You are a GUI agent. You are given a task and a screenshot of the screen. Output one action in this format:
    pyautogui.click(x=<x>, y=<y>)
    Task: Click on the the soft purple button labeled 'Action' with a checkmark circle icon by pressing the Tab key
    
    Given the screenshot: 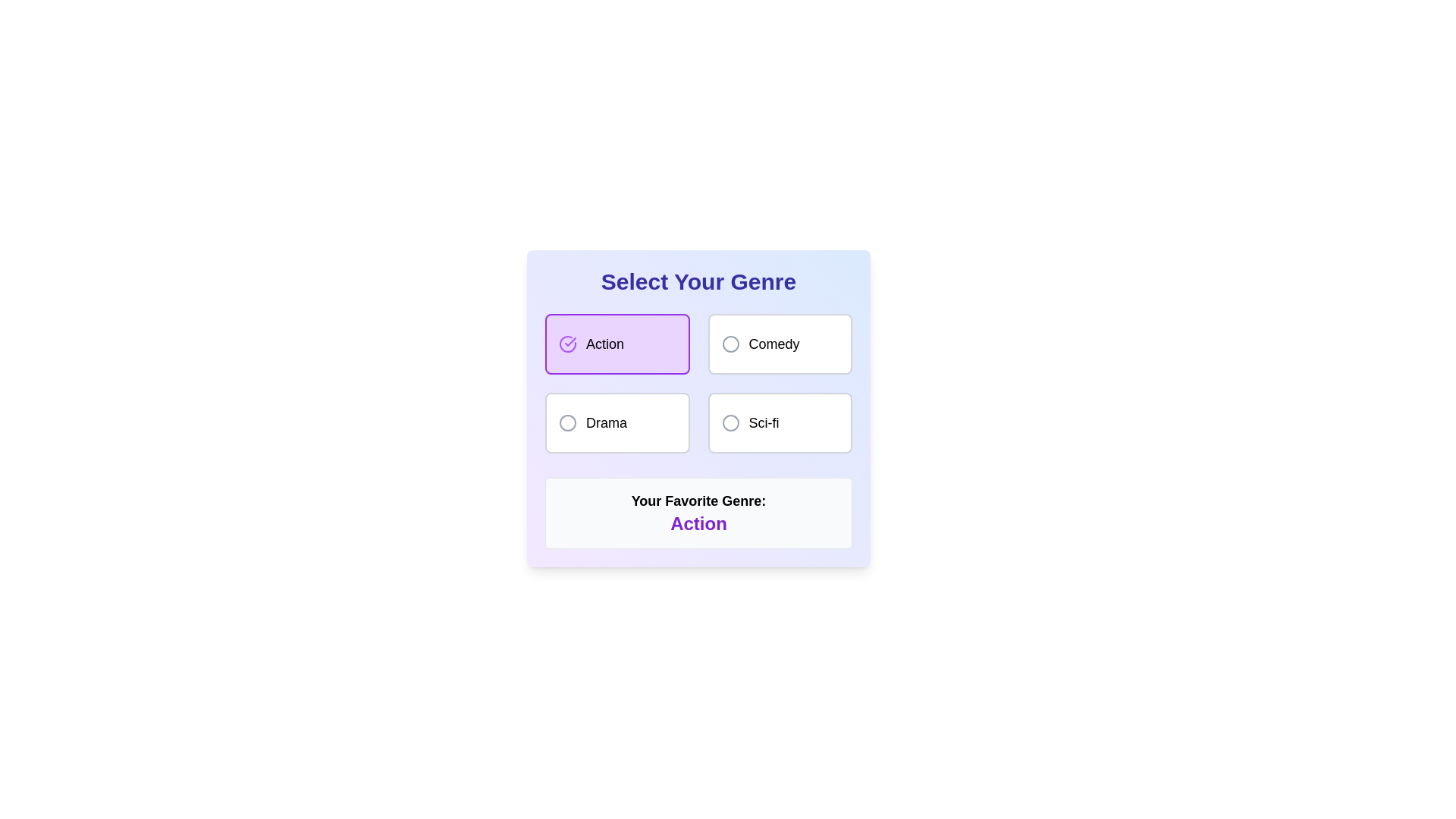 What is the action you would take?
    pyautogui.click(x=617, y=344)
    